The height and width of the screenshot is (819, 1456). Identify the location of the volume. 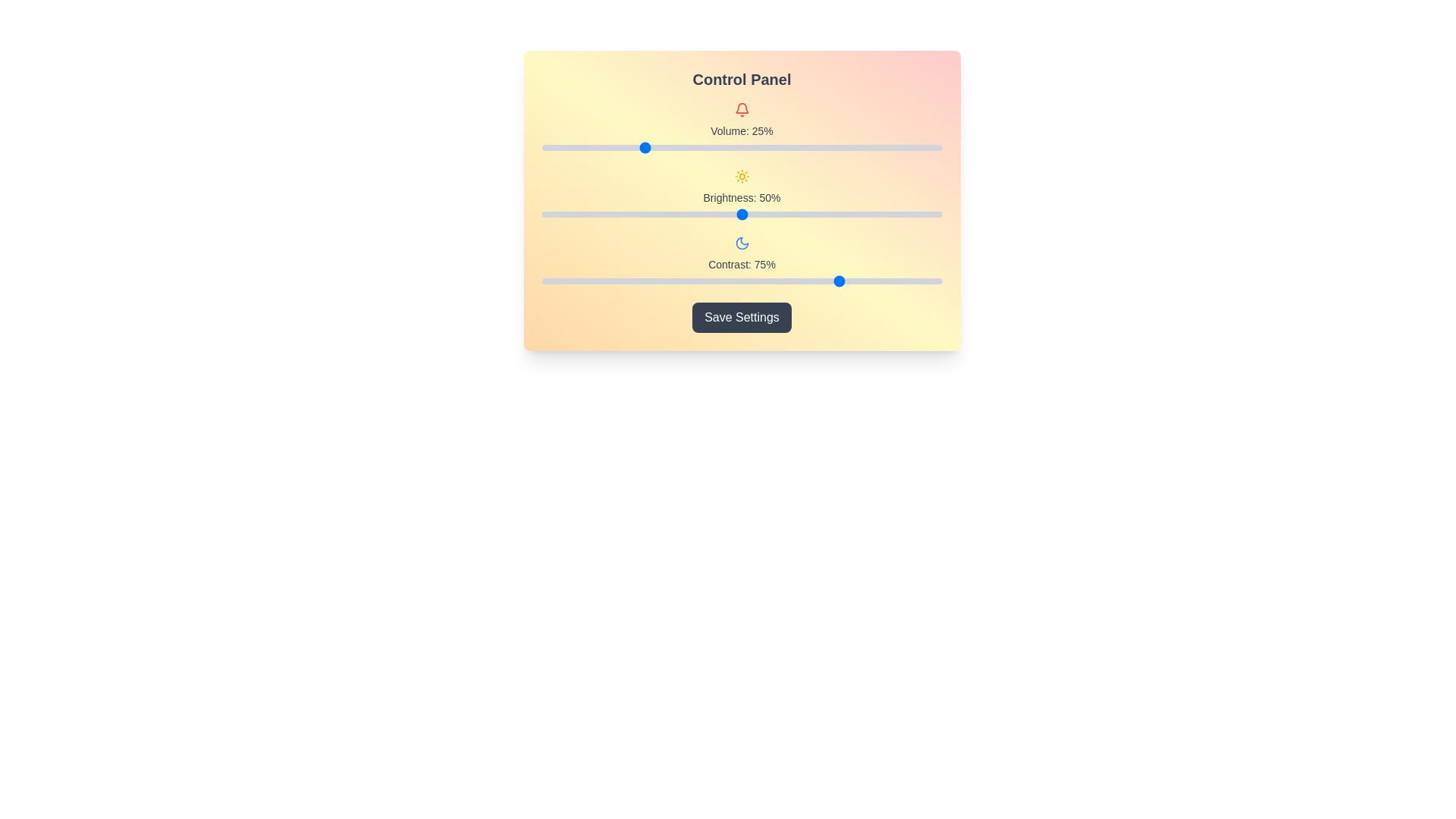
(845, 148).